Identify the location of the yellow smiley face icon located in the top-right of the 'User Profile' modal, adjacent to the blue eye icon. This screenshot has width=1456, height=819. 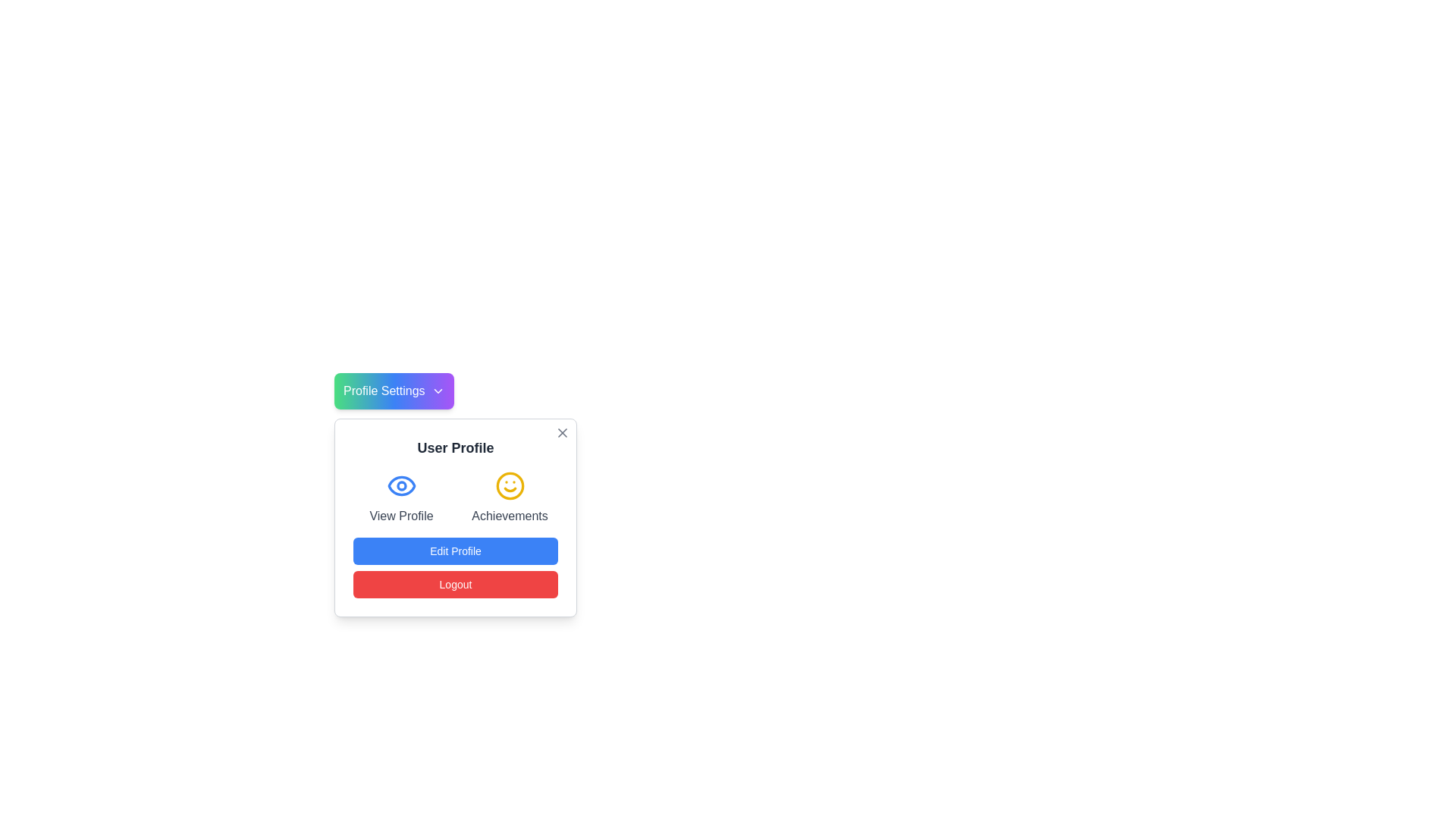
(510, 485).